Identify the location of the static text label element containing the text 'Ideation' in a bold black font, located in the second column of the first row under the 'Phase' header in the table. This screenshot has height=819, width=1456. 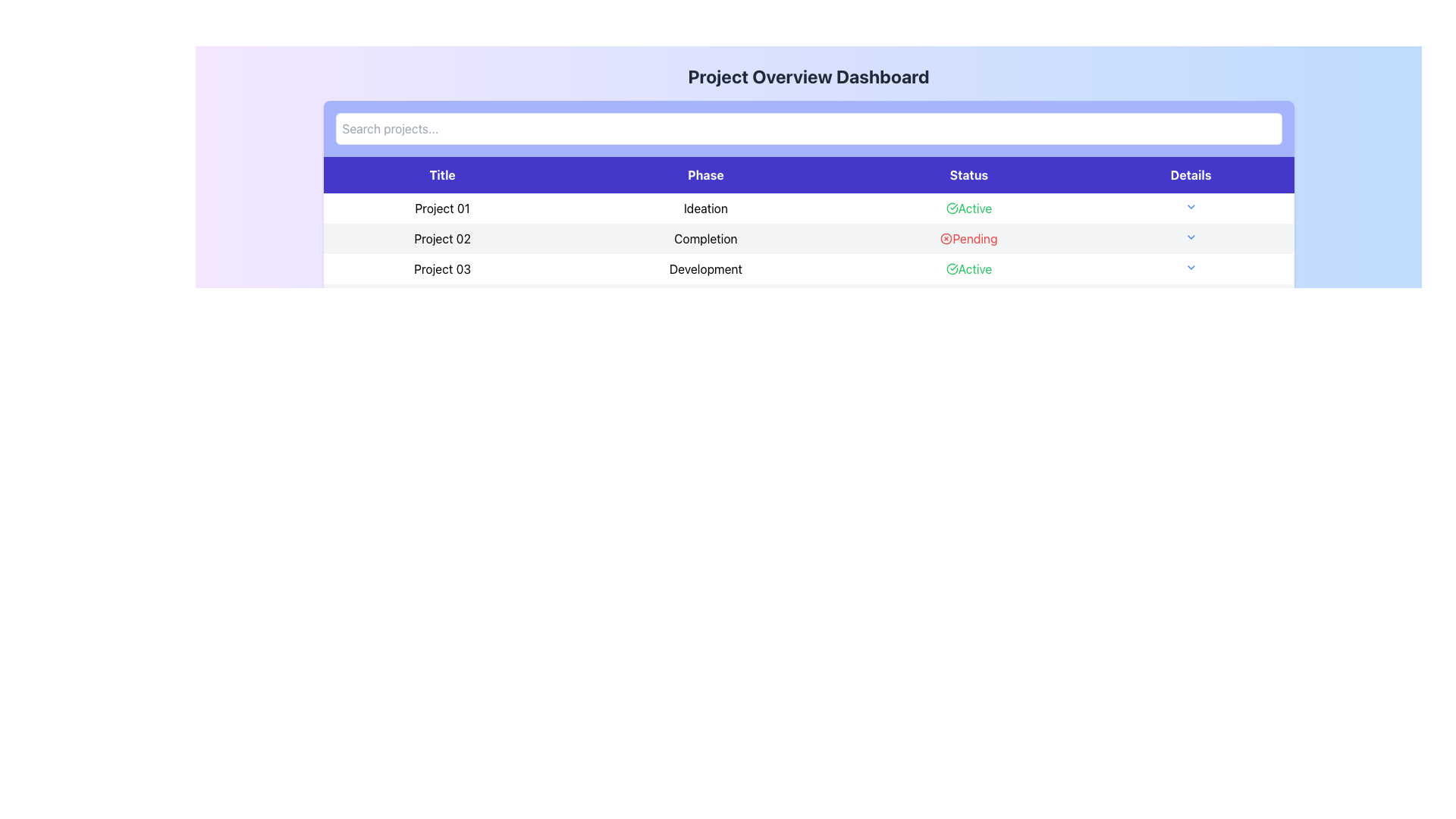
(704, 208).